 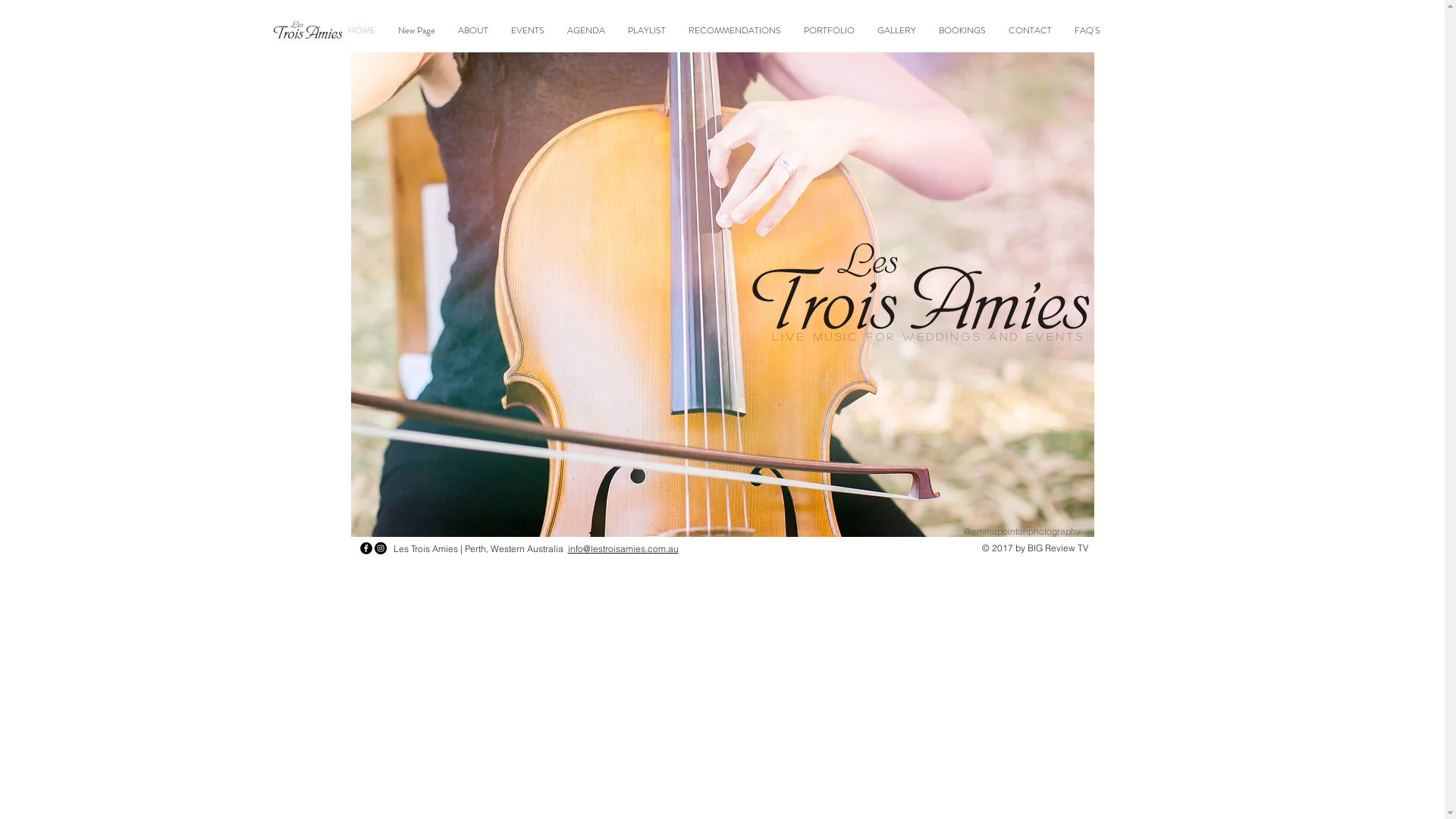 What do you see at coordinates (1030, 30) in the screenshot?
I see `'CONTACT'` at bounding box center [1030, 30].